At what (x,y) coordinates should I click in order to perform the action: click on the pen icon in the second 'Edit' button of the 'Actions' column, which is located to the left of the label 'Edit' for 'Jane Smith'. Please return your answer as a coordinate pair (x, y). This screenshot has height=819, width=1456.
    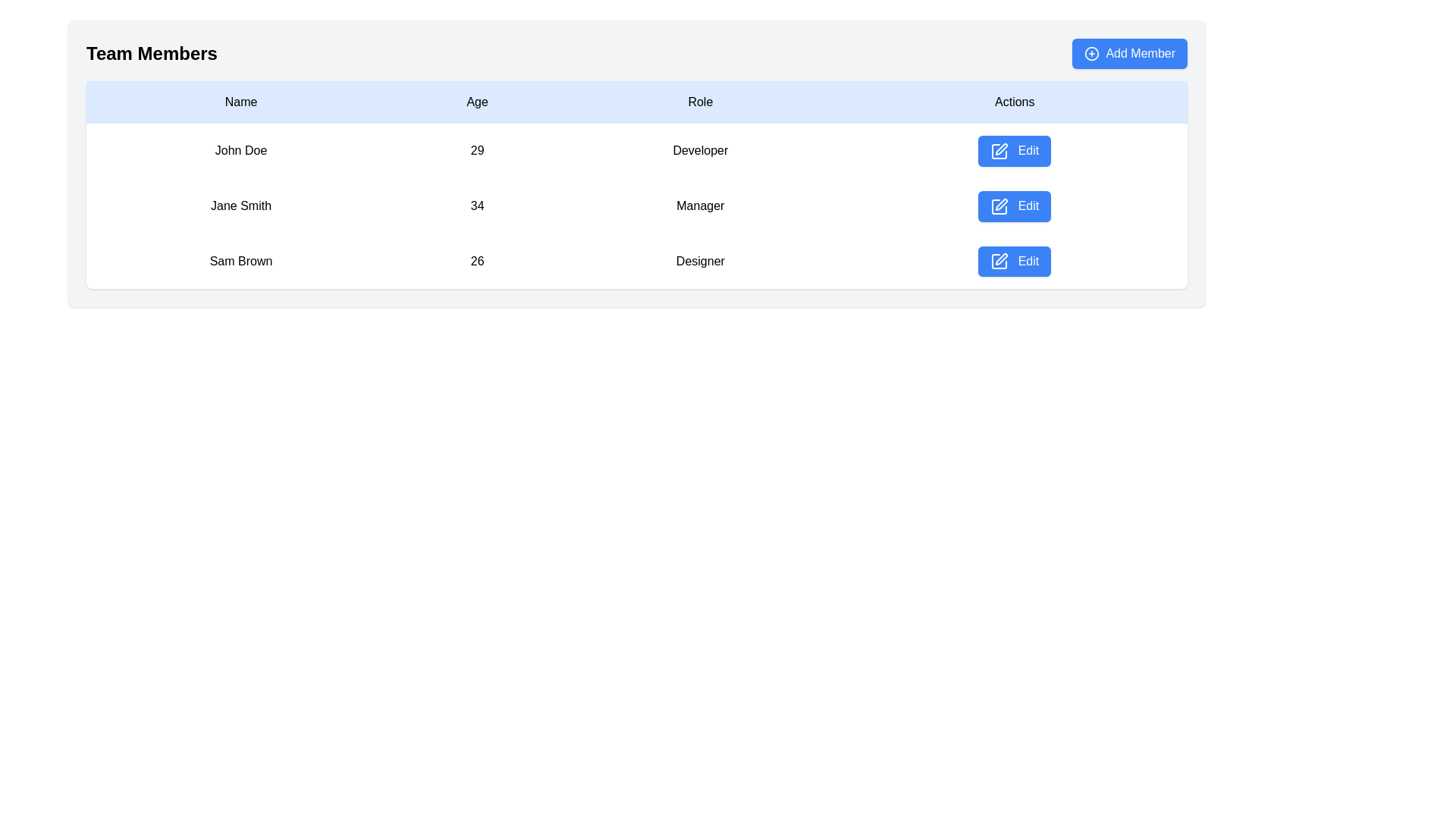
    Looking at the image, I should click on (999, 206).